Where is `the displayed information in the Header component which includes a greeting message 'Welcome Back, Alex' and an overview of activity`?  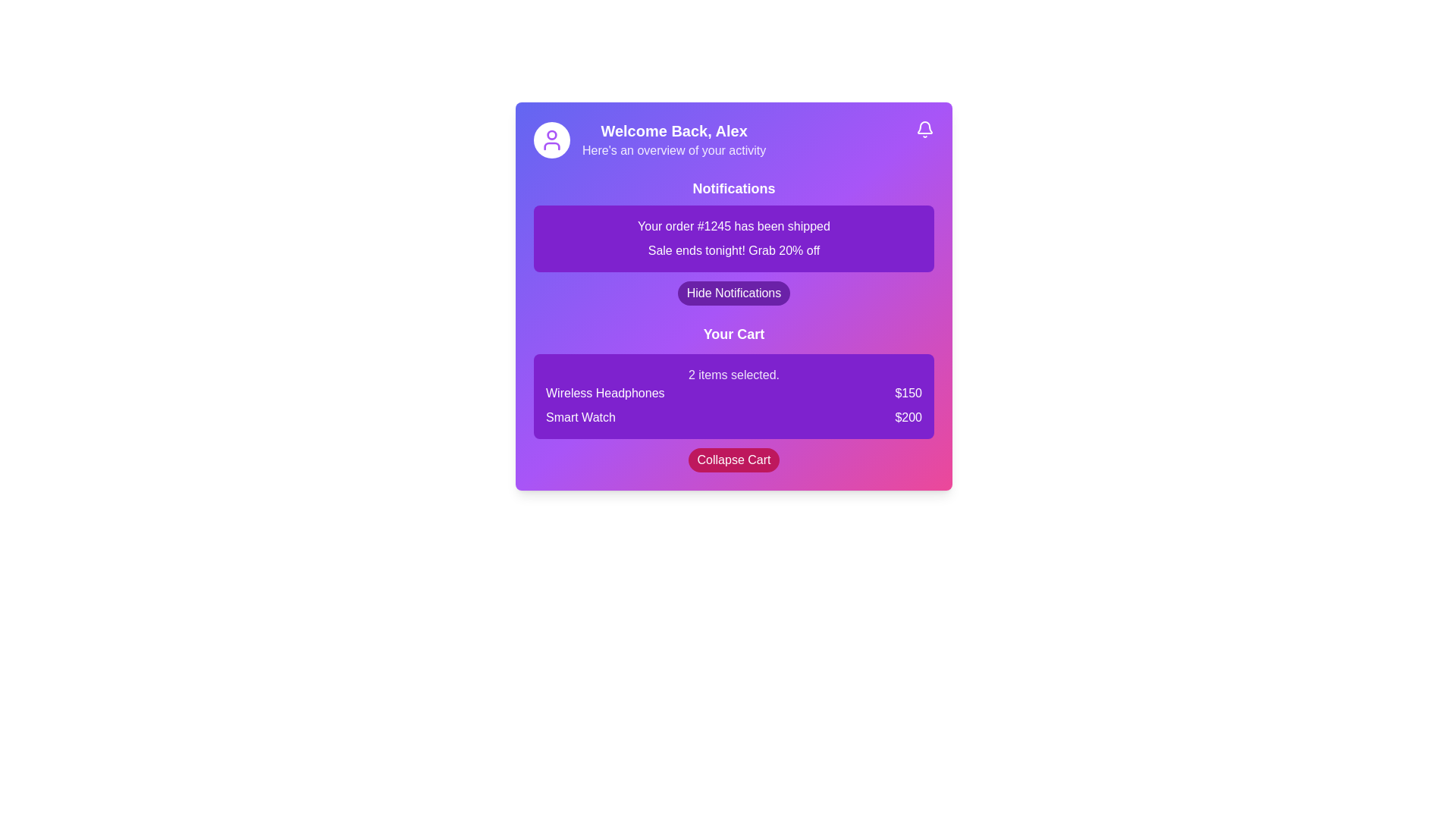 the displayed information in the Header component which includes a greeting message 'Welcome Back, Alex' and an overview of activity is located at coordinates (734, 140).